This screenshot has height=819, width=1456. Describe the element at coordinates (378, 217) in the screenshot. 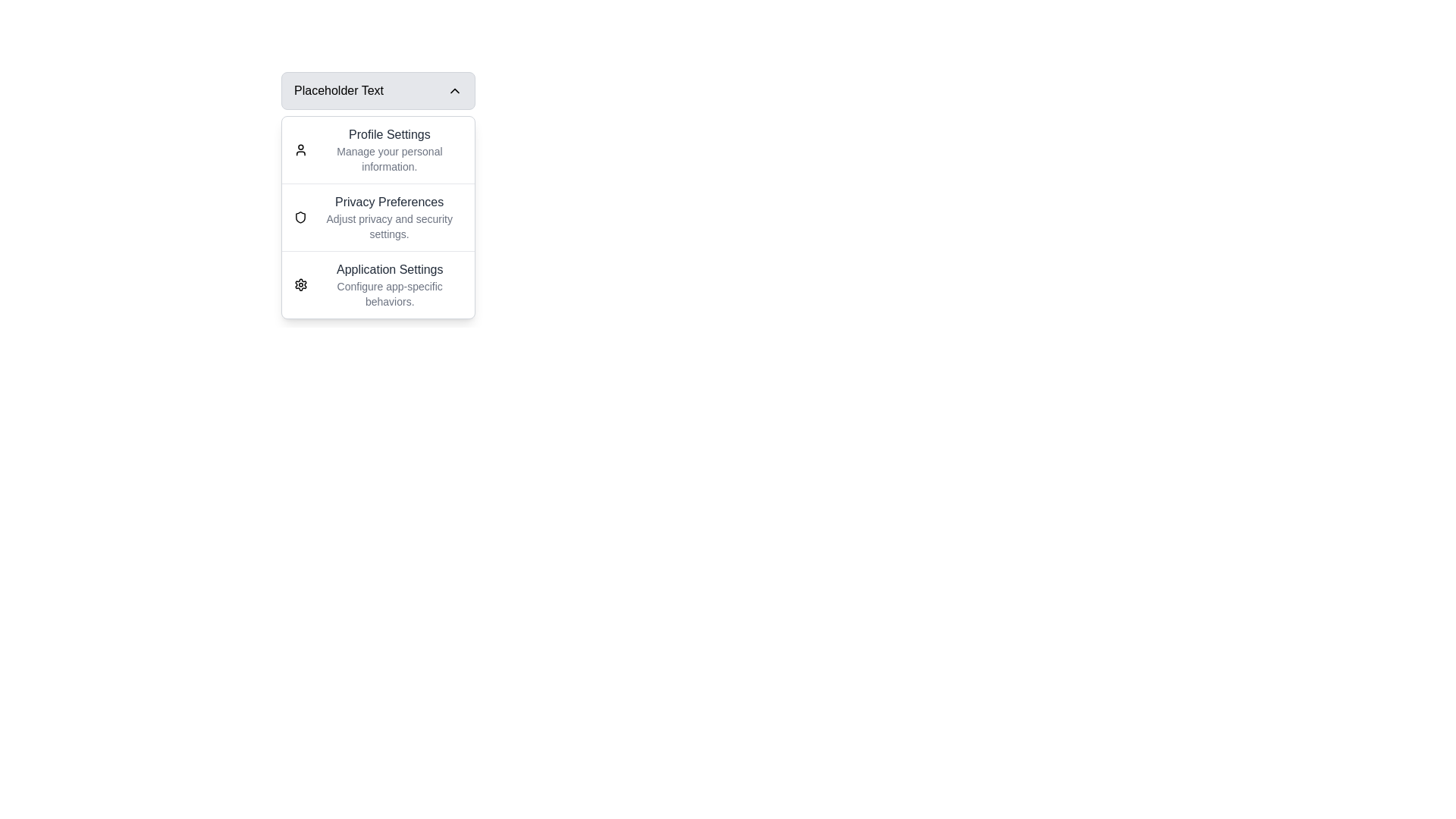

I see `the List of selectable items located below the 'Placeholder Text' header` at that location.